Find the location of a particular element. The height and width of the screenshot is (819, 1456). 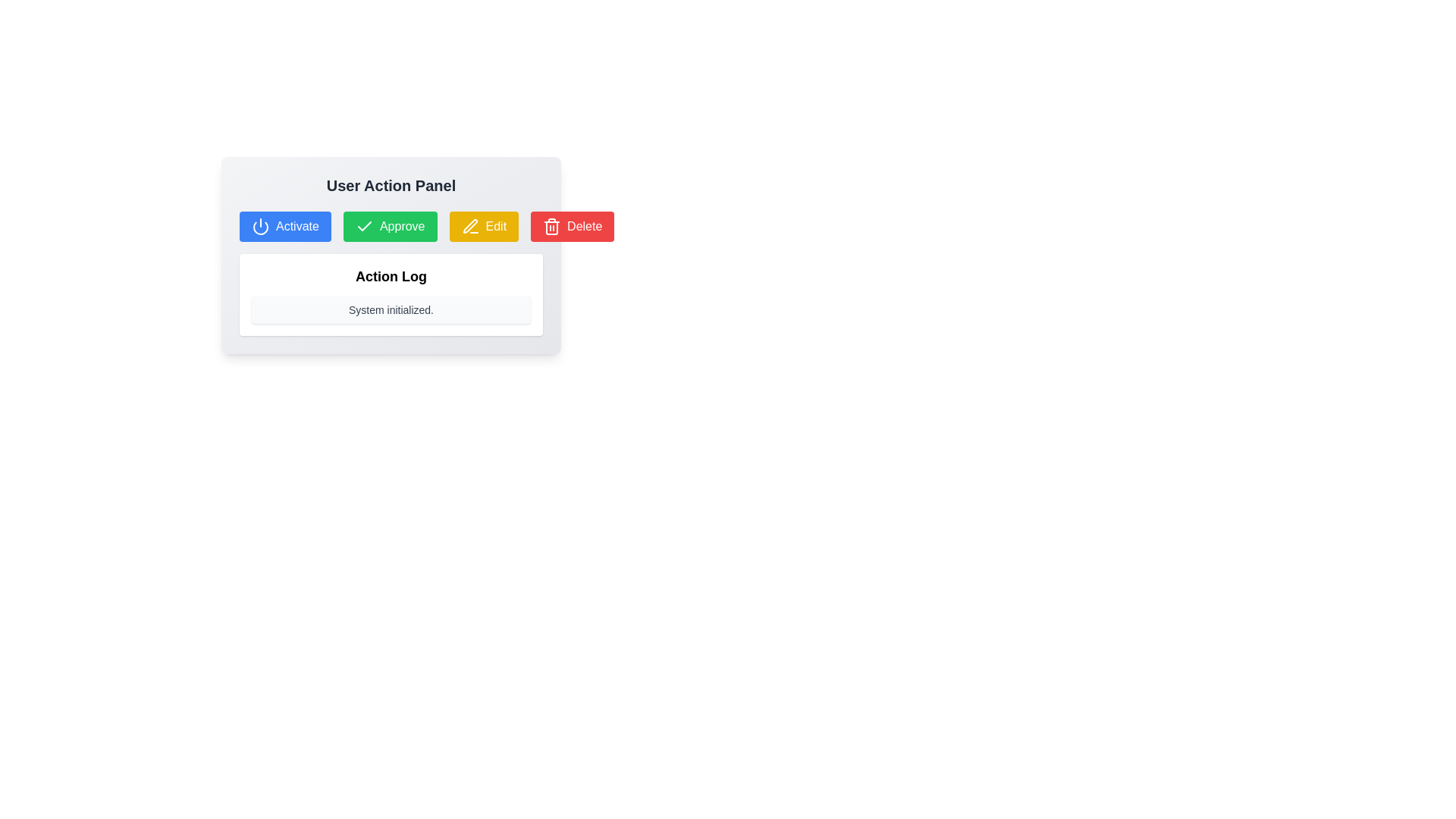

the red 'Delete' button with white text and a trash icon, which is the last button in the horizontal group of action buttons is located at coordinates (572, 227).